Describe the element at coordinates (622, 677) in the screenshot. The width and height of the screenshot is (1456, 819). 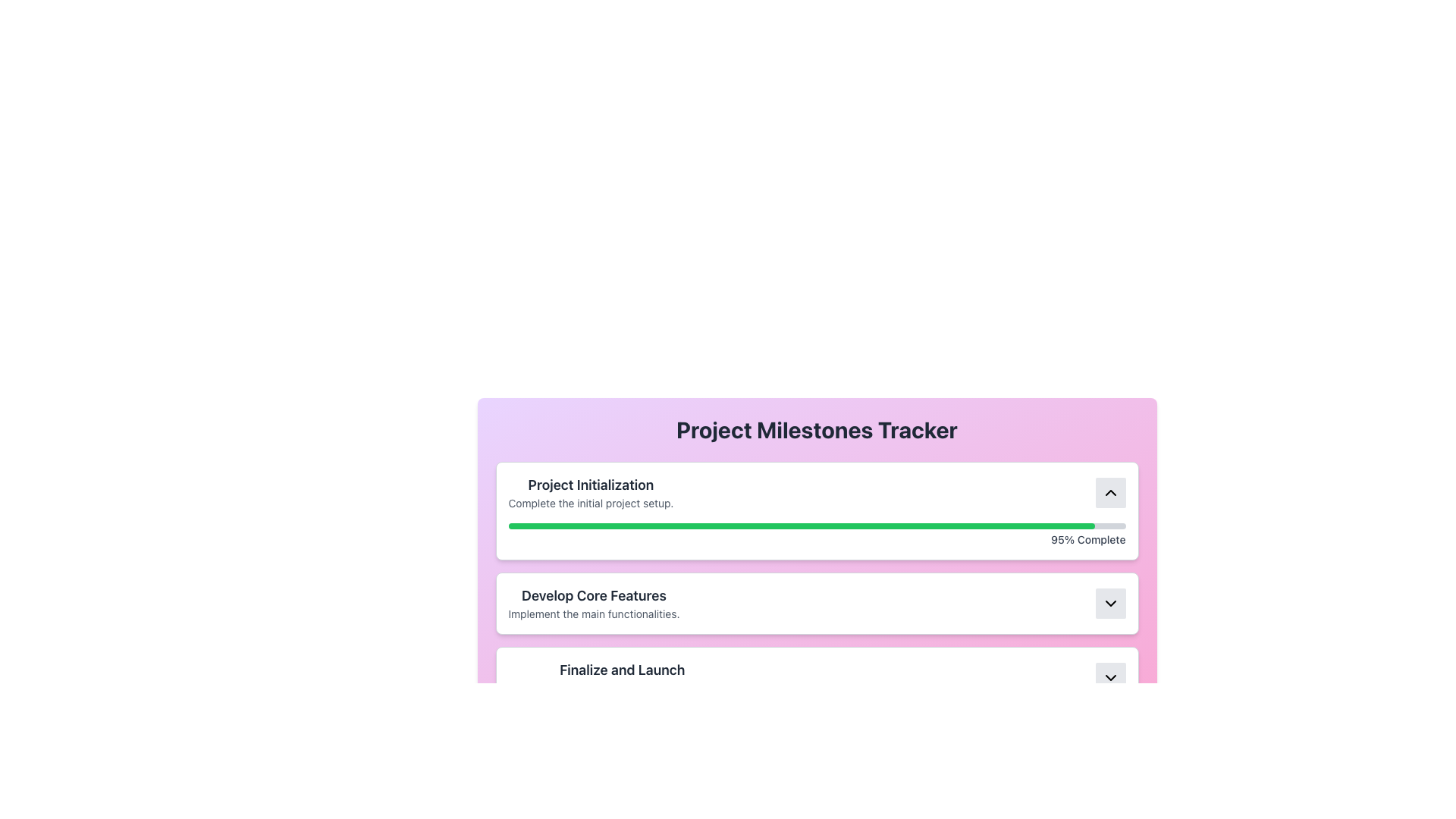
I see `the Combined heading and description text block located at the bottom of the project tasks list, directly below the 'Develop Core Features' section` at that location.